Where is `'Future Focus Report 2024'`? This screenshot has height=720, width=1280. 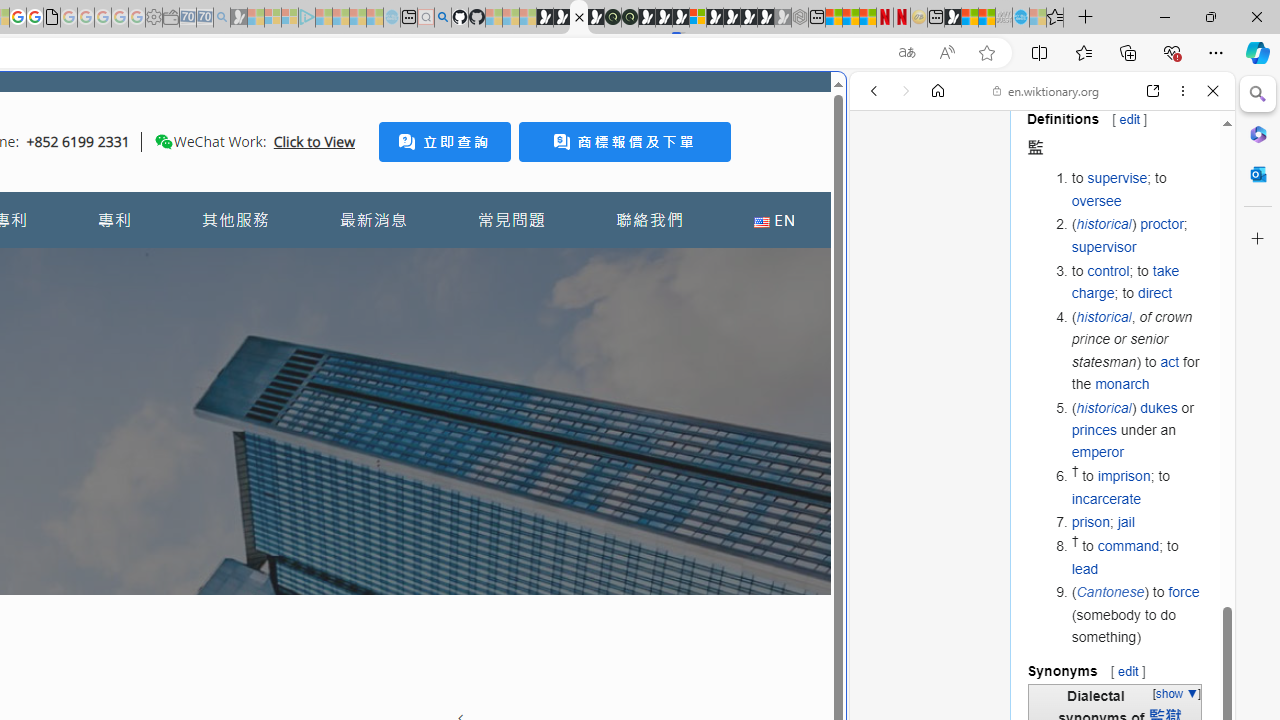 'Future Focus Report 2024' is located at coordinates (628, 17).